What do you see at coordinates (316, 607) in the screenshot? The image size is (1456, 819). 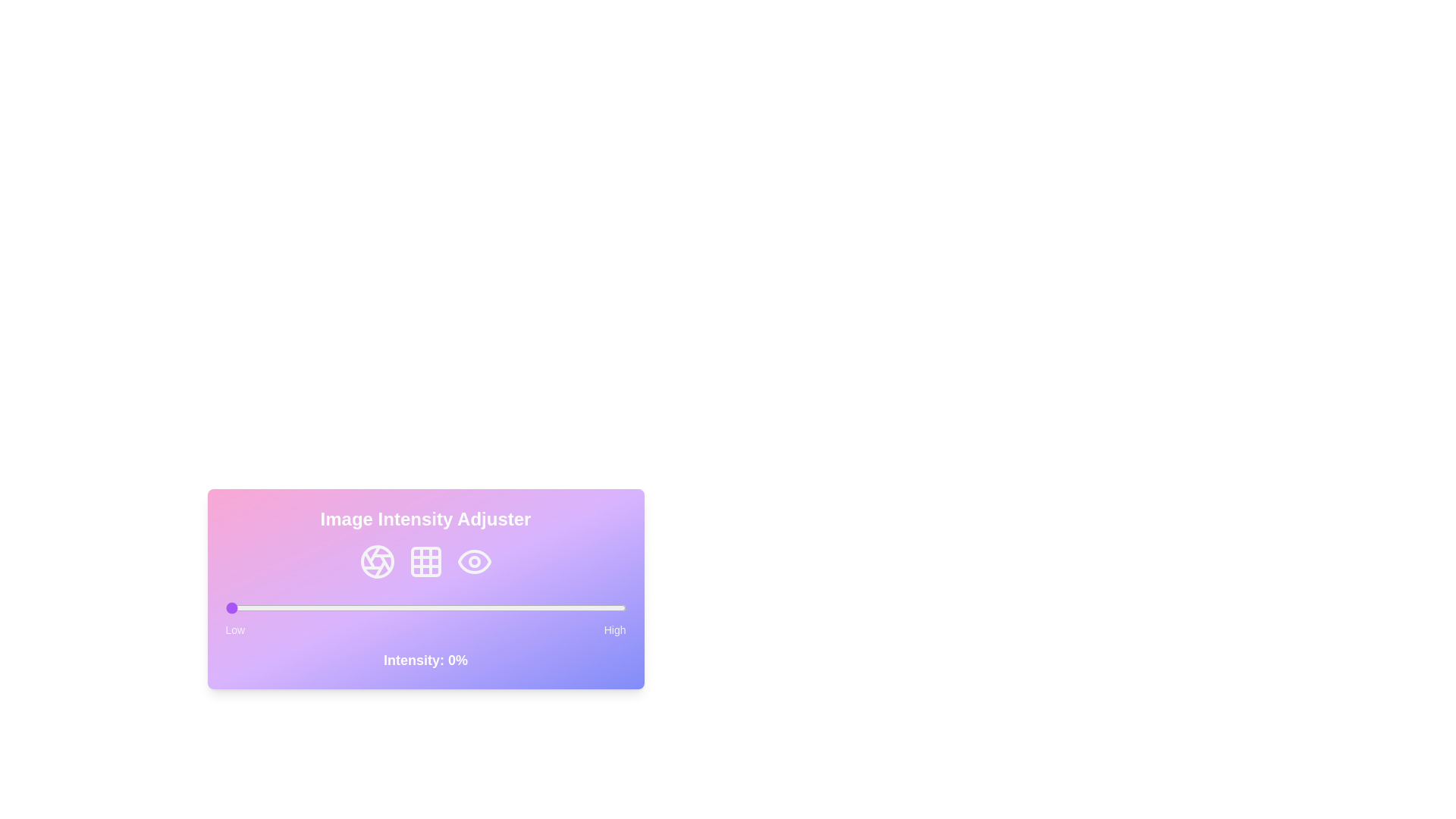 I see `the intensity slider to set the intensity to 23%` at bounding box center [316, 607].